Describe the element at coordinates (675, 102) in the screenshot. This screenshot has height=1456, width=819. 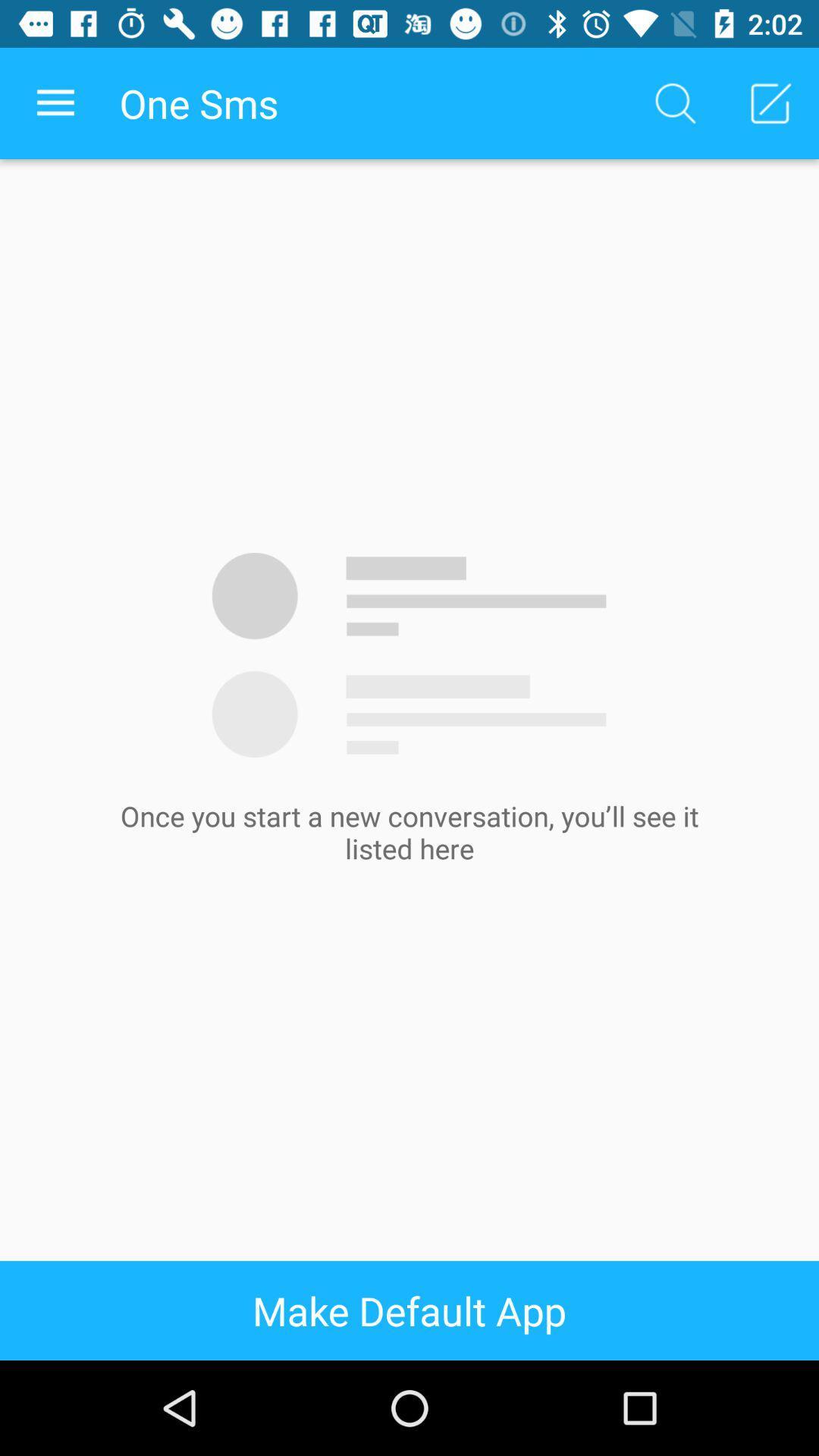
I see `app next to the one sms icon` at that location.